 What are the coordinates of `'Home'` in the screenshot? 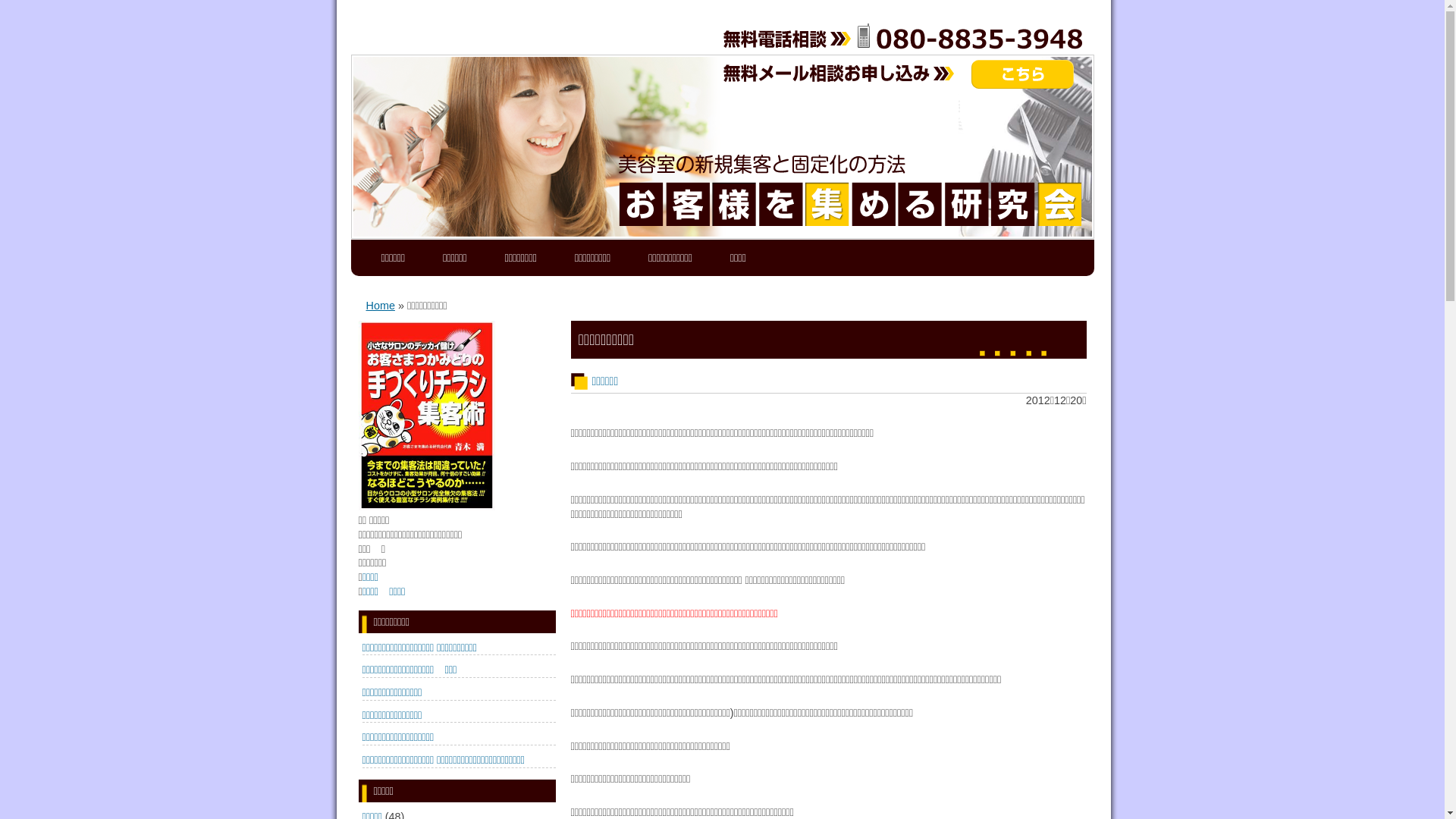 It's located at (379, 305).